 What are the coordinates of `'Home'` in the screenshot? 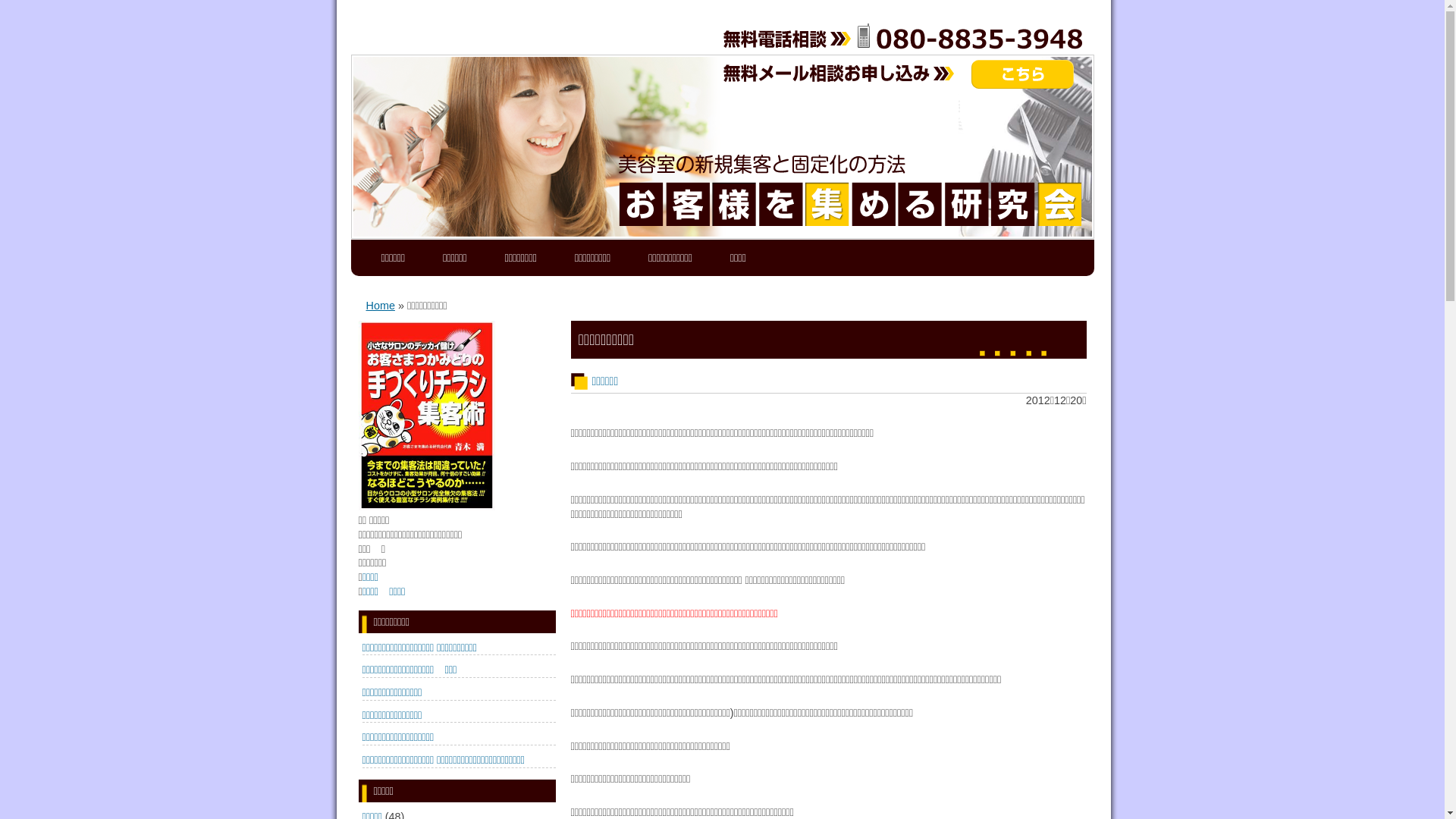 It's located at (379, 305).